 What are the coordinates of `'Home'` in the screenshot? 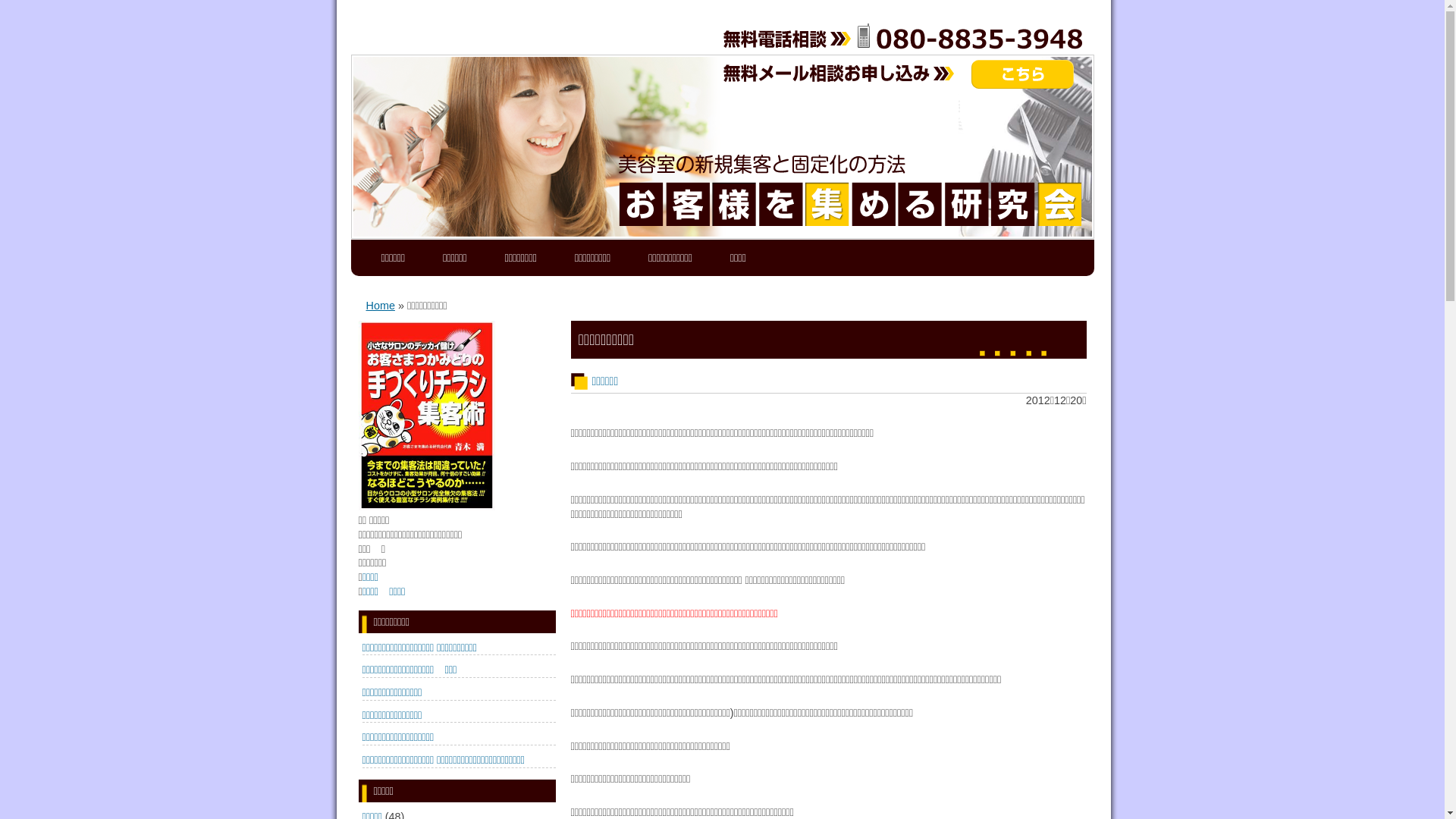 It's located at (379, 305).